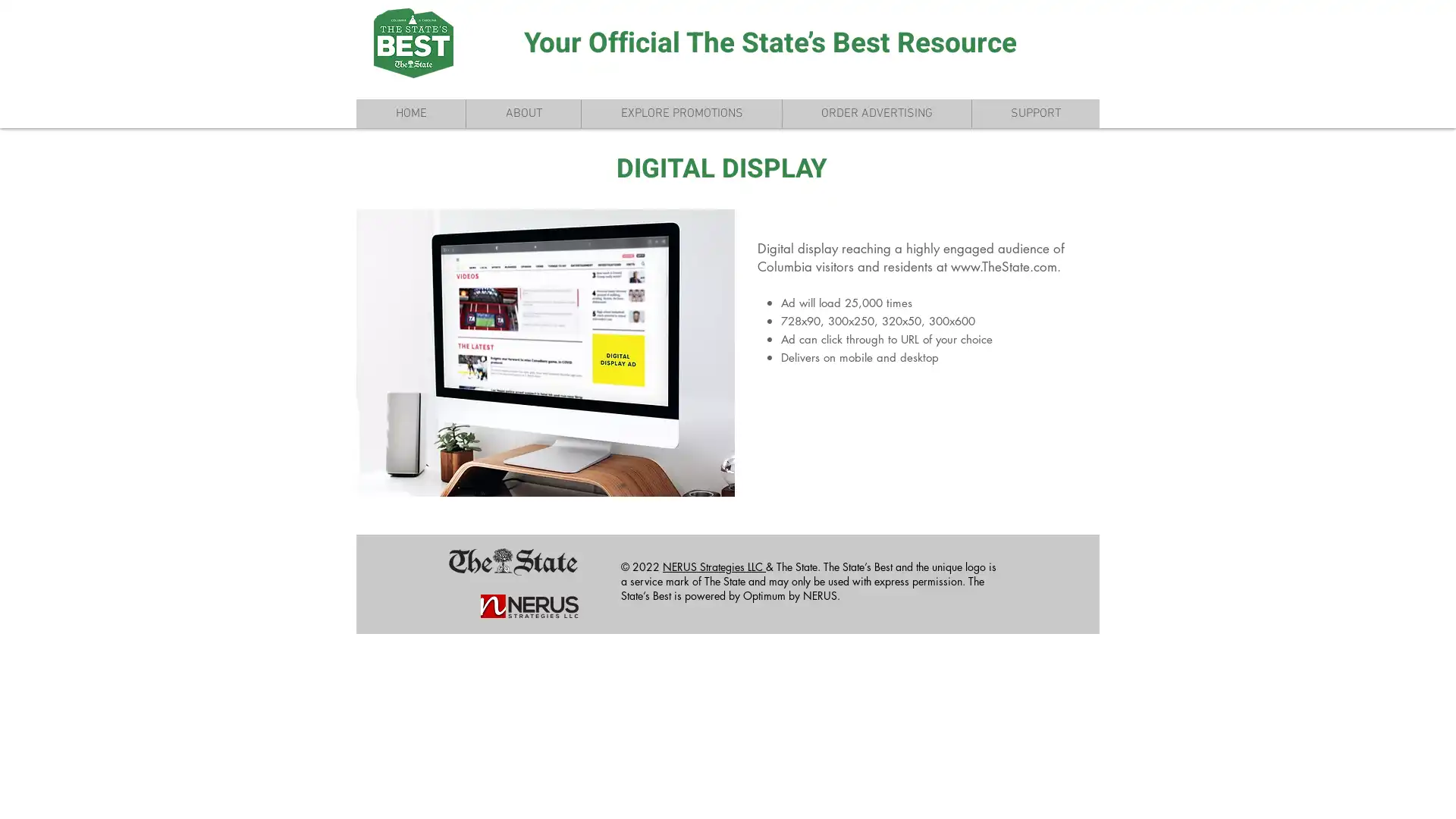 The height and width of the screenshot is (819, 1456). Describe the element at coordinates (1305, 794) in the screenshot. I see `Decline All` at that location.